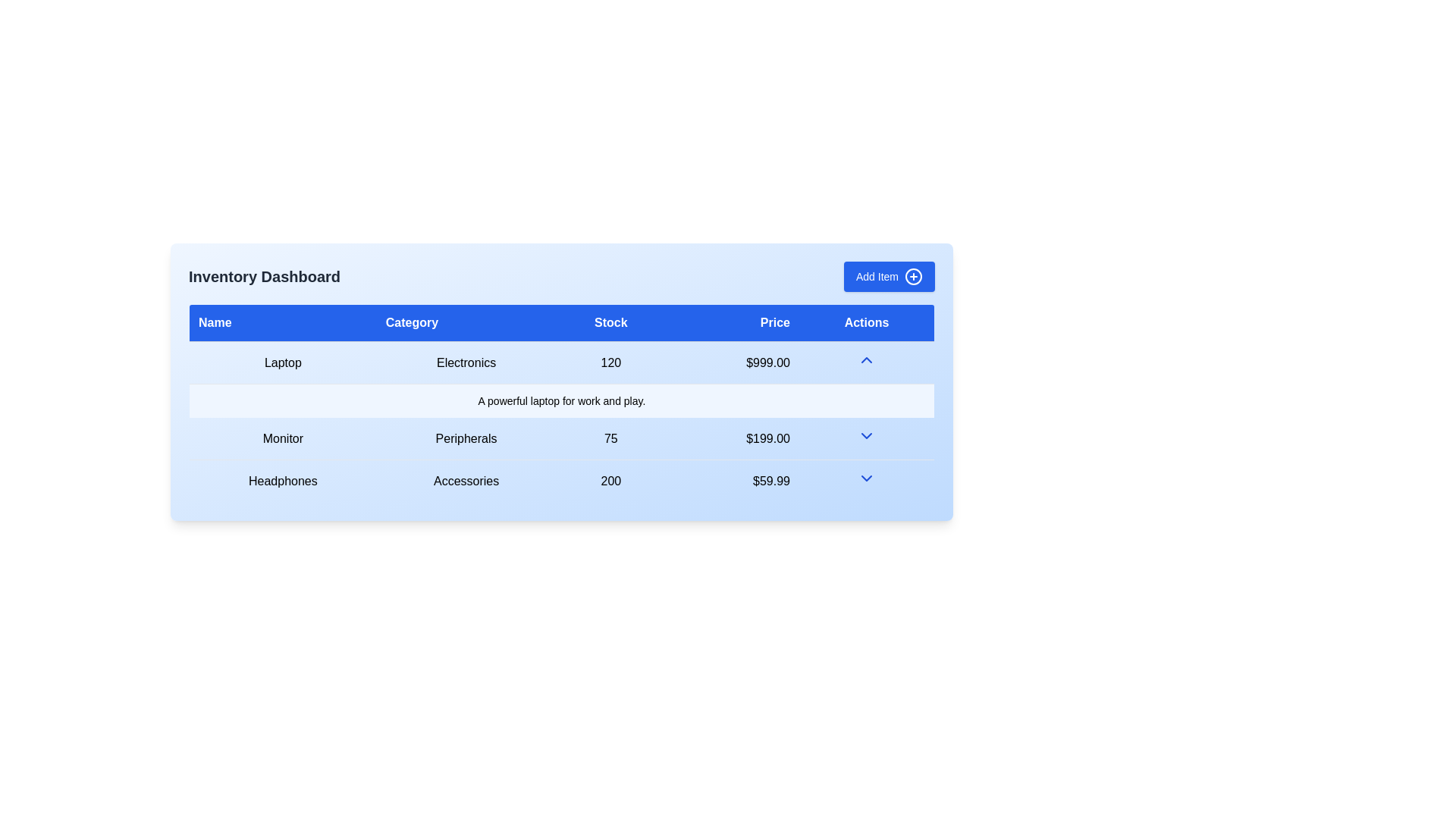 This screenshot has height=819, width=1456. I want to click on the blue downward-facing arrow icon in the 'Actions' column of the last row in the Inventory Dashboard, so click(866, 479).